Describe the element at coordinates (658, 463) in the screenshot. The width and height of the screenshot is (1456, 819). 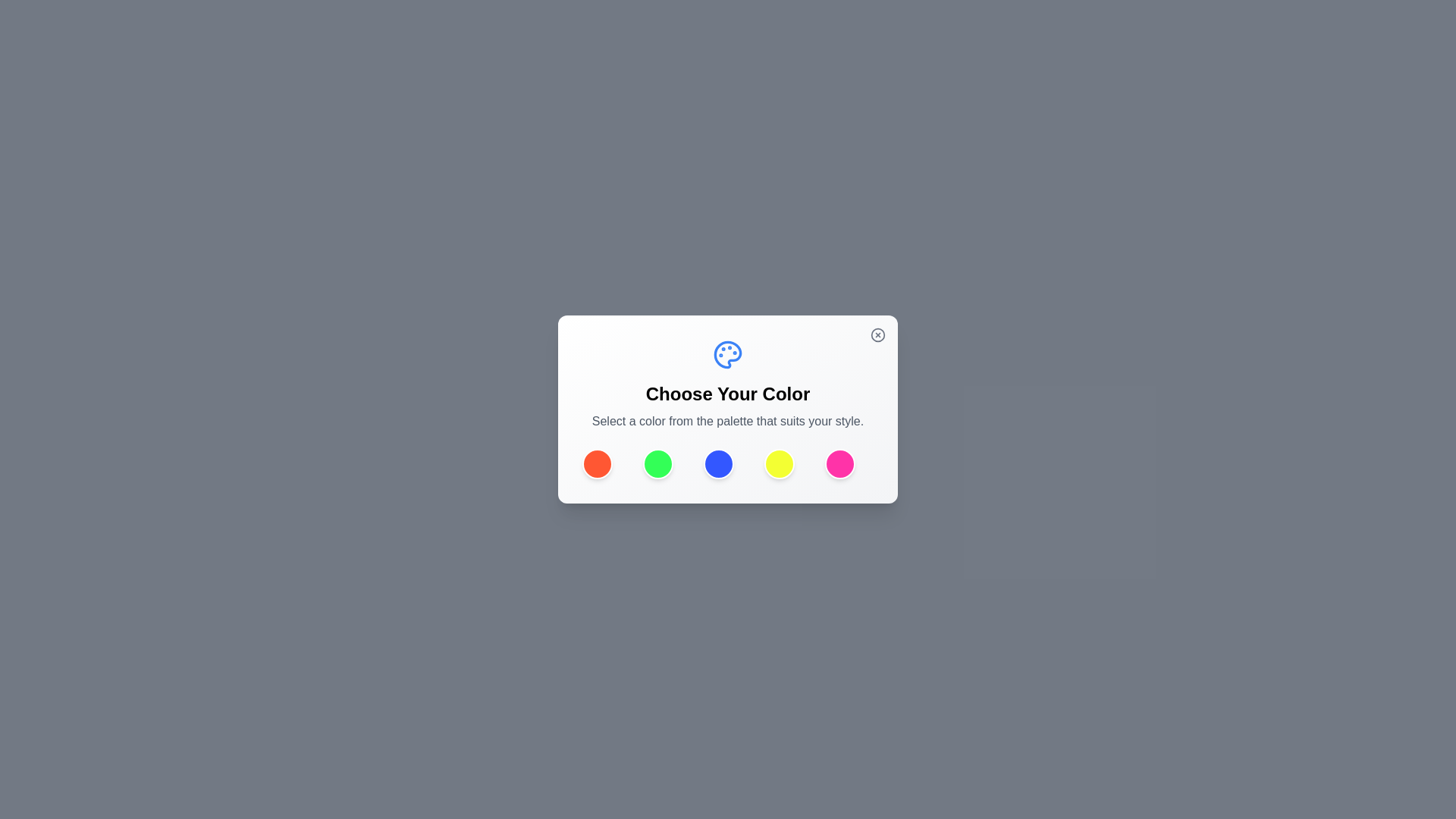
I see `the color button corresponding to green` at that location.